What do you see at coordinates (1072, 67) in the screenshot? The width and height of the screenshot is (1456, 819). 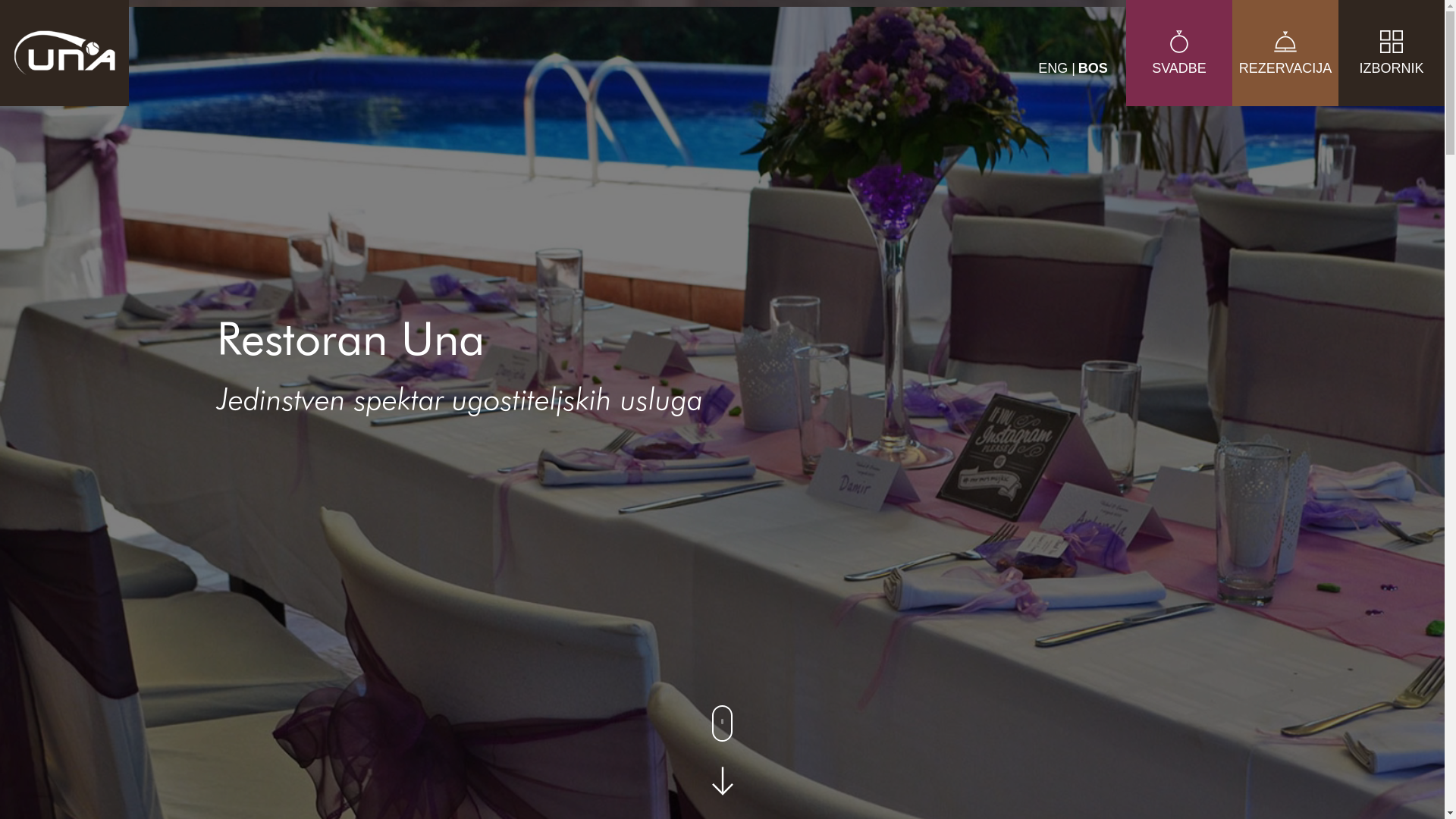 I see `'|'` at bounding box center [1072, 67].